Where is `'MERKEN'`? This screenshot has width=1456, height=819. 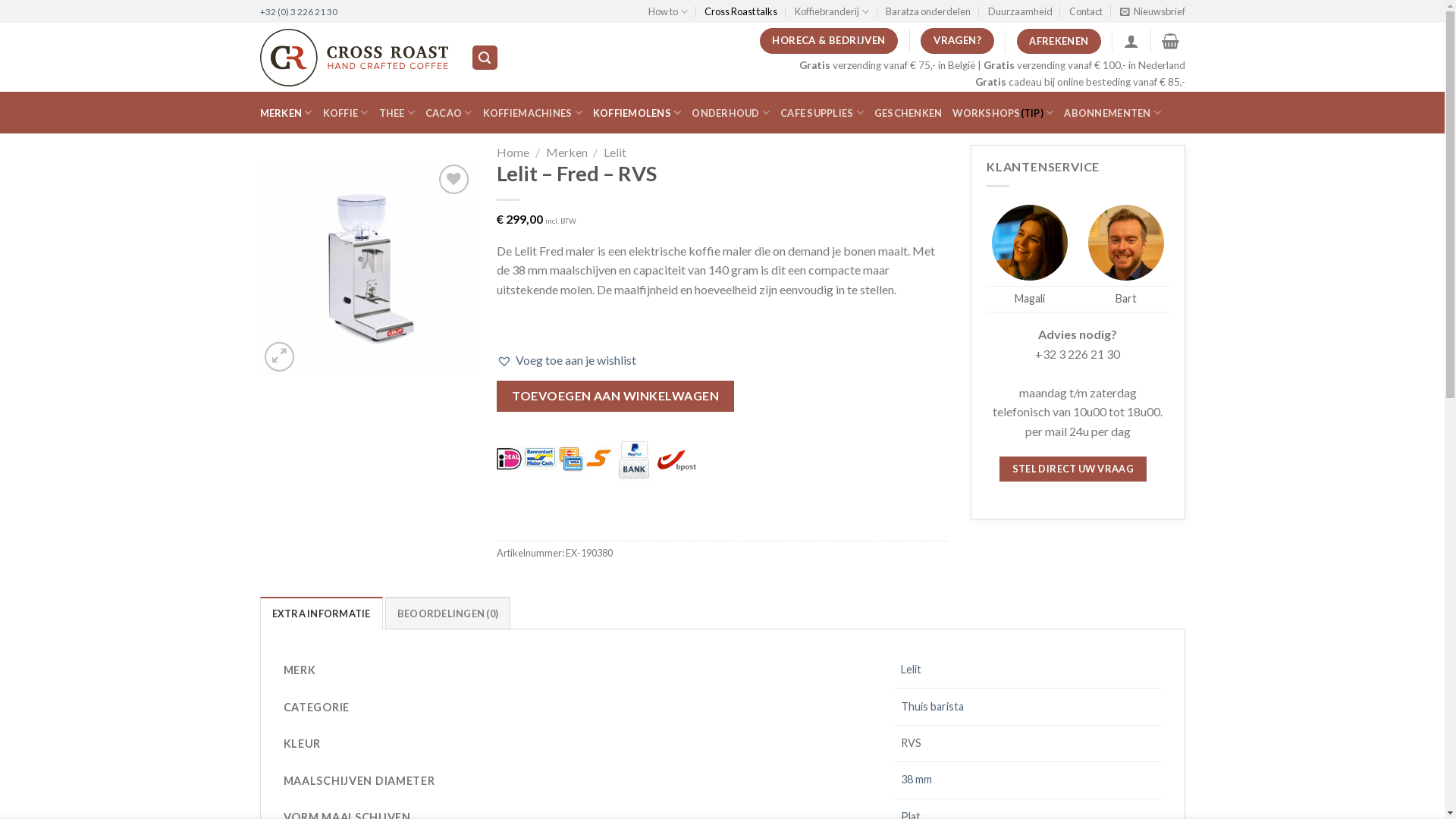 'MERKEN' is located at coordinates (285, 112).